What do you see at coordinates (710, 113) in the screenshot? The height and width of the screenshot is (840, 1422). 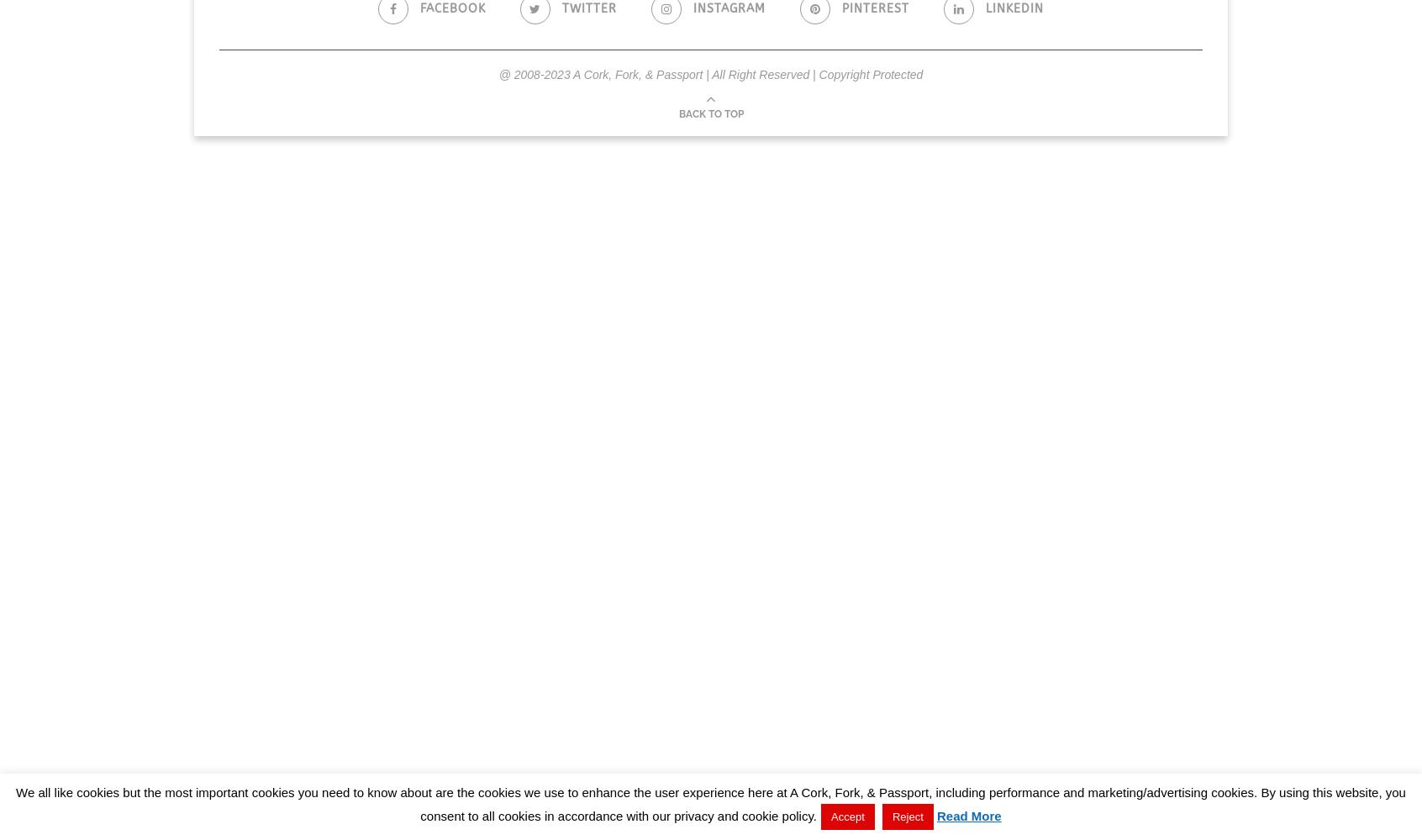 I see `'Back To Top'` at bounding box center [710, 113].